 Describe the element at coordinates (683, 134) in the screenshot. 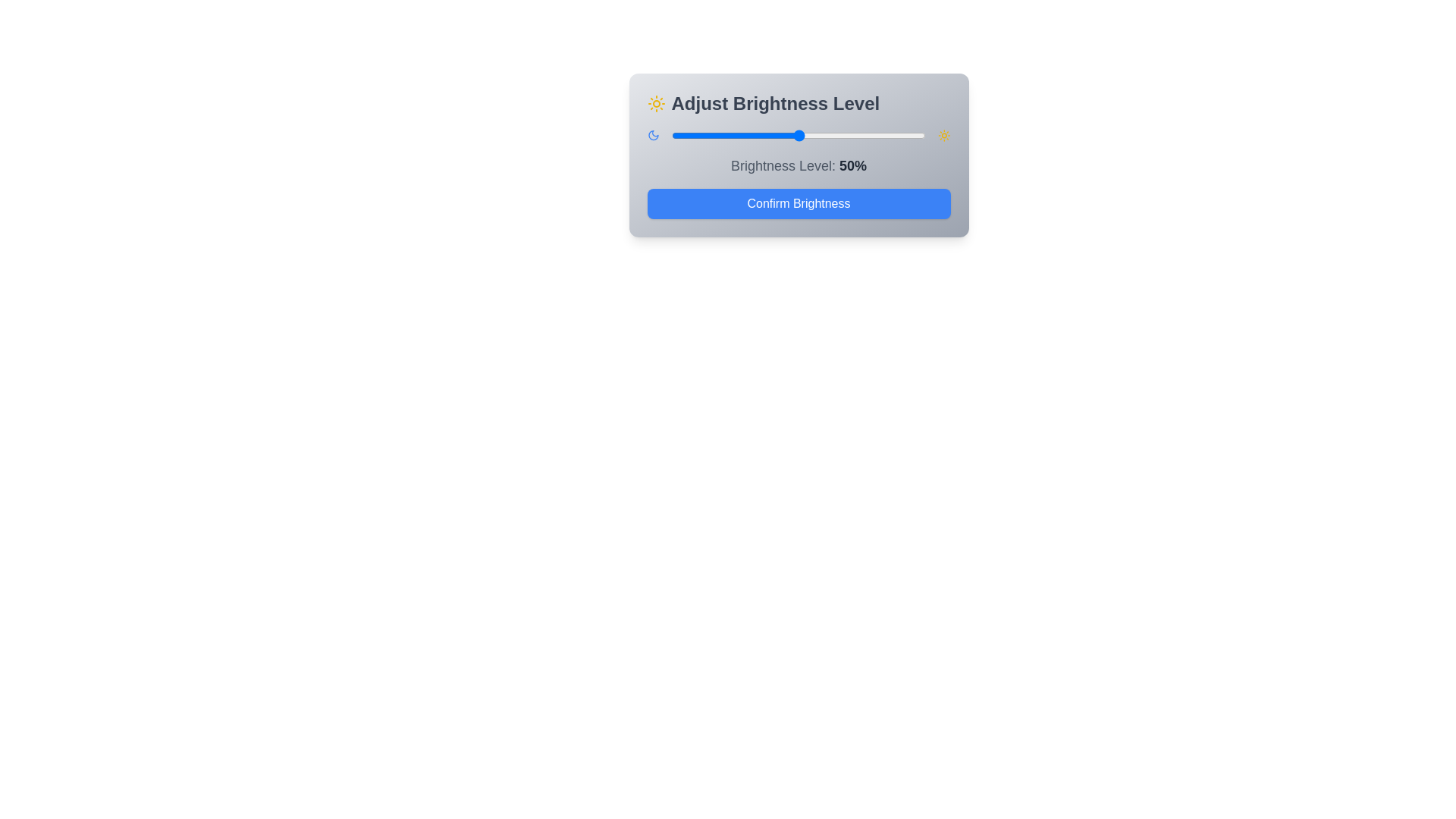

I see `the brightness slider to 5% to explore its visual effect` at that location.